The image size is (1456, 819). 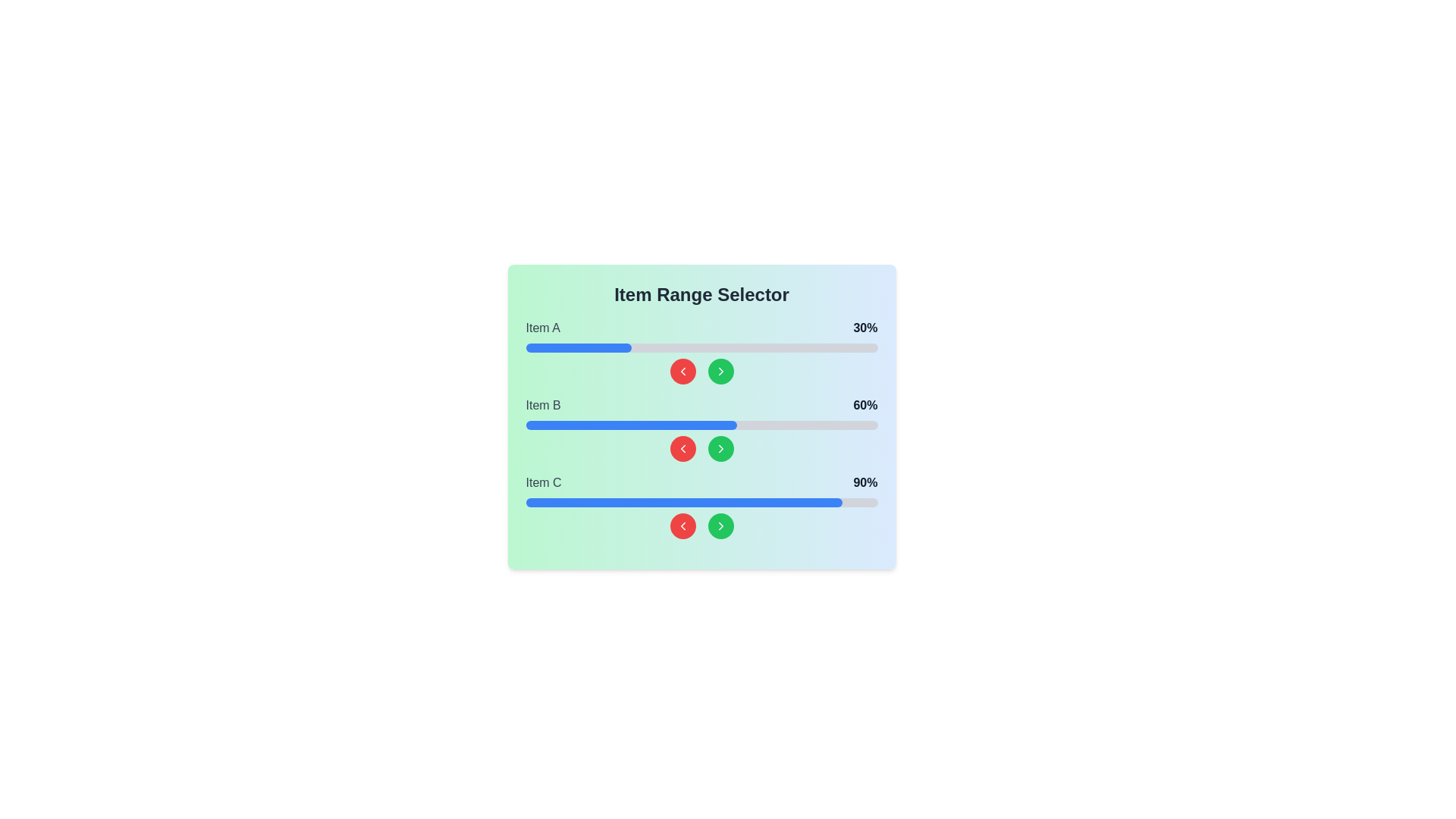 I want to click on the forward navigation button located to the right of the red button in the third row of the 'Item Range Selector' section to increment the value or navigate forward, so click(x=720, y=526).